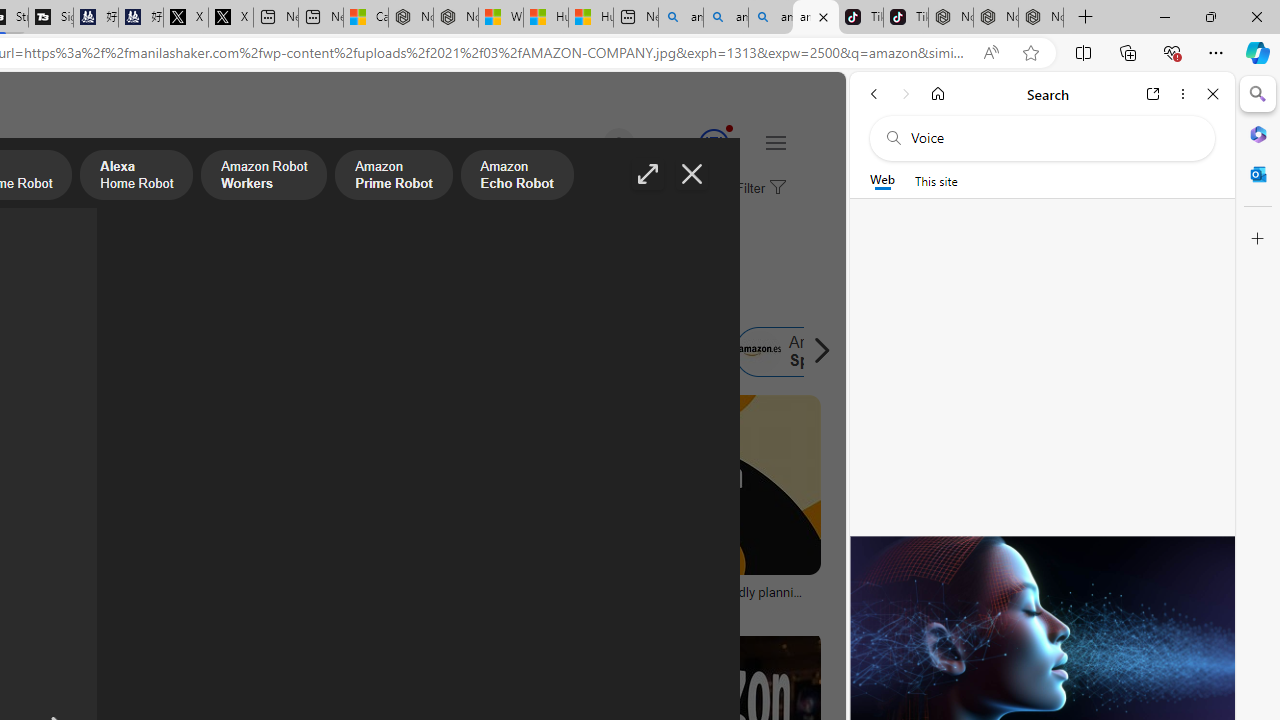 This screenshot has height=720, width=1280. What do you see at coordinates (757, 189) in the screenshot?
I see `'Filter'` at bounding box center [757, 189].